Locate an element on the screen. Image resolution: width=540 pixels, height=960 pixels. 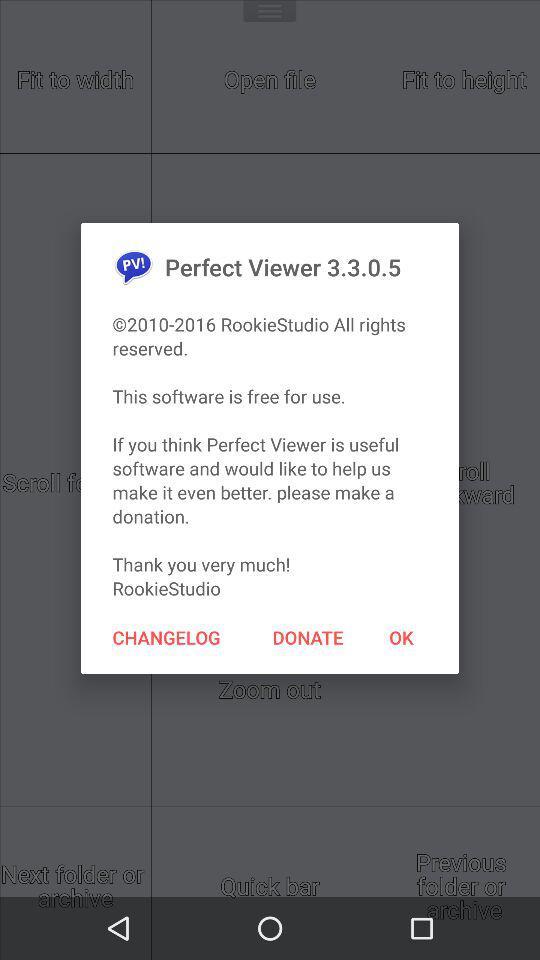
the item on the right is located at coordinates (401, 636).